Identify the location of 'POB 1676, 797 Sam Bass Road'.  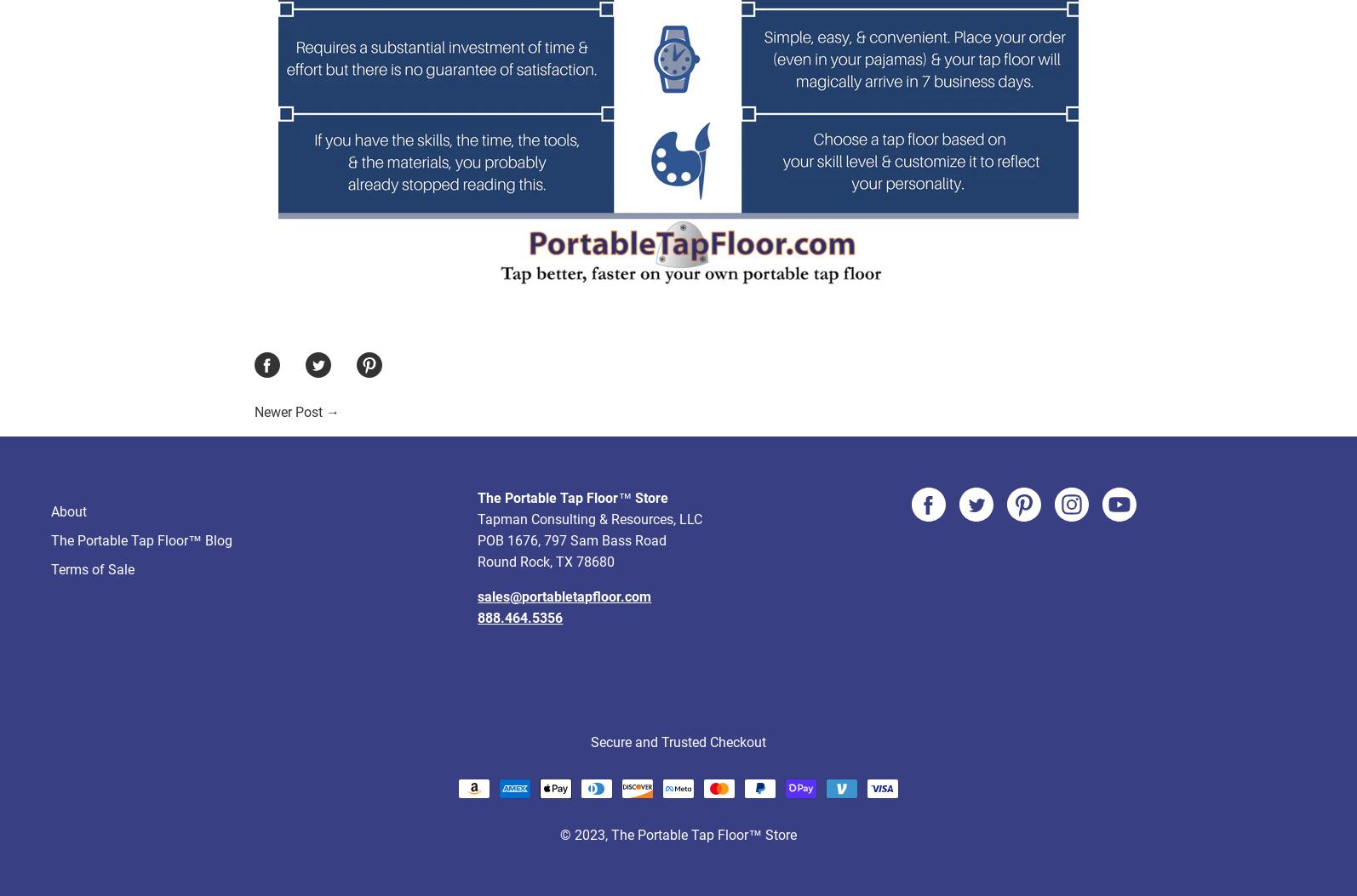
(476, 476).